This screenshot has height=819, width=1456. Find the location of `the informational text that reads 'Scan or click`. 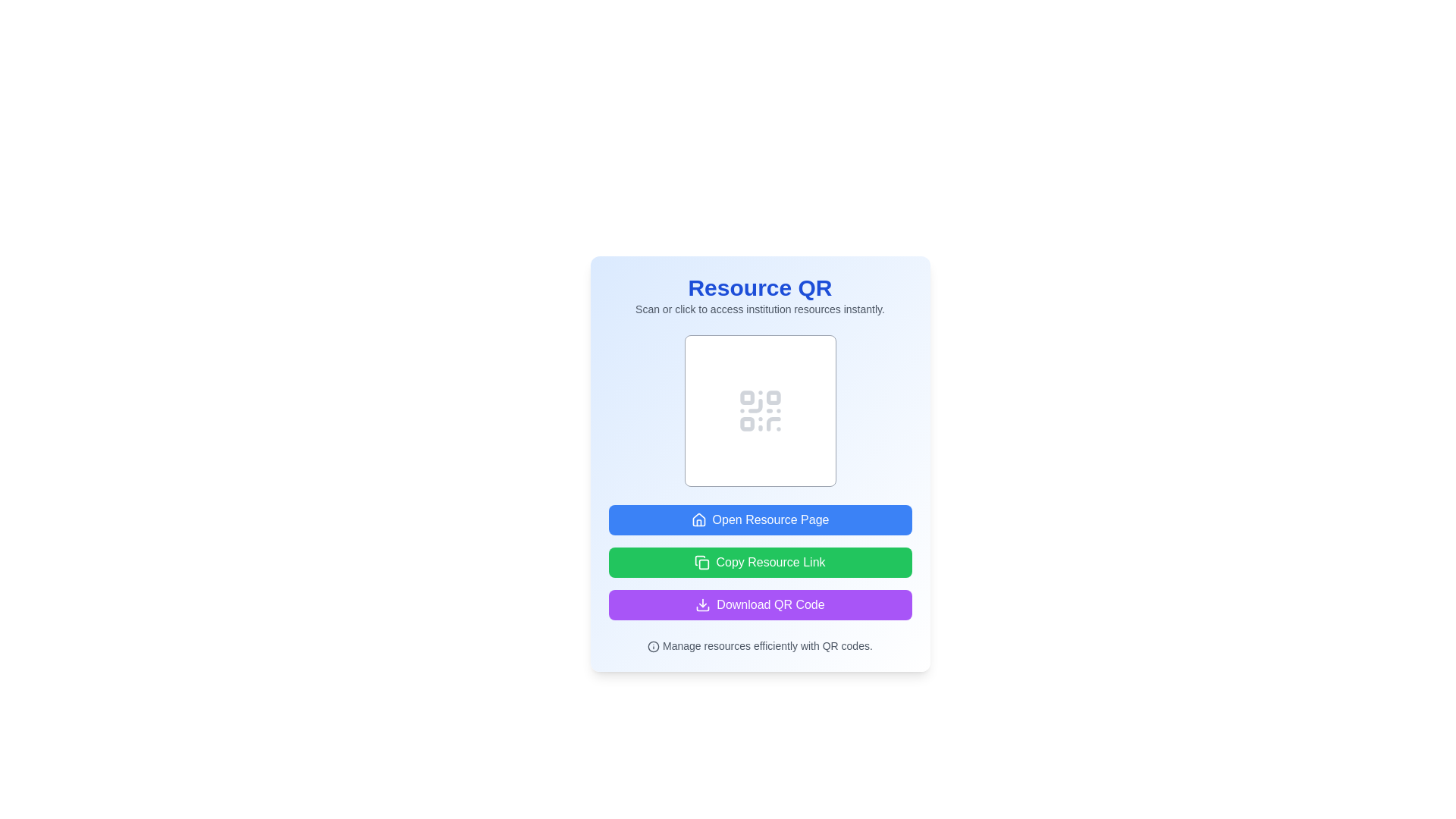

the informational text that reads 'Scan or click is located at coordinates (760, 309).